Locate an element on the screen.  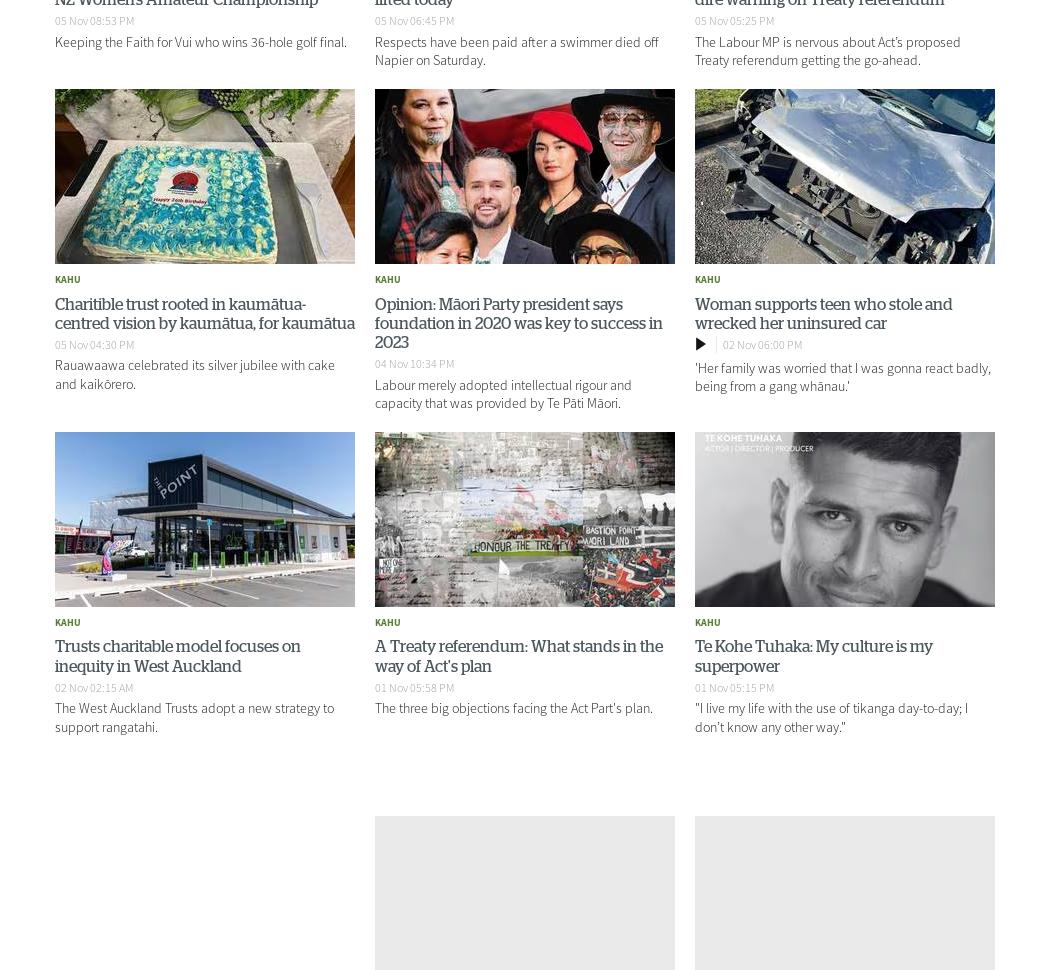
'Charitible trust rooted in kaumātua-centred vision by kaumātua, for kaumātua' is located at coordinates (54, 313).